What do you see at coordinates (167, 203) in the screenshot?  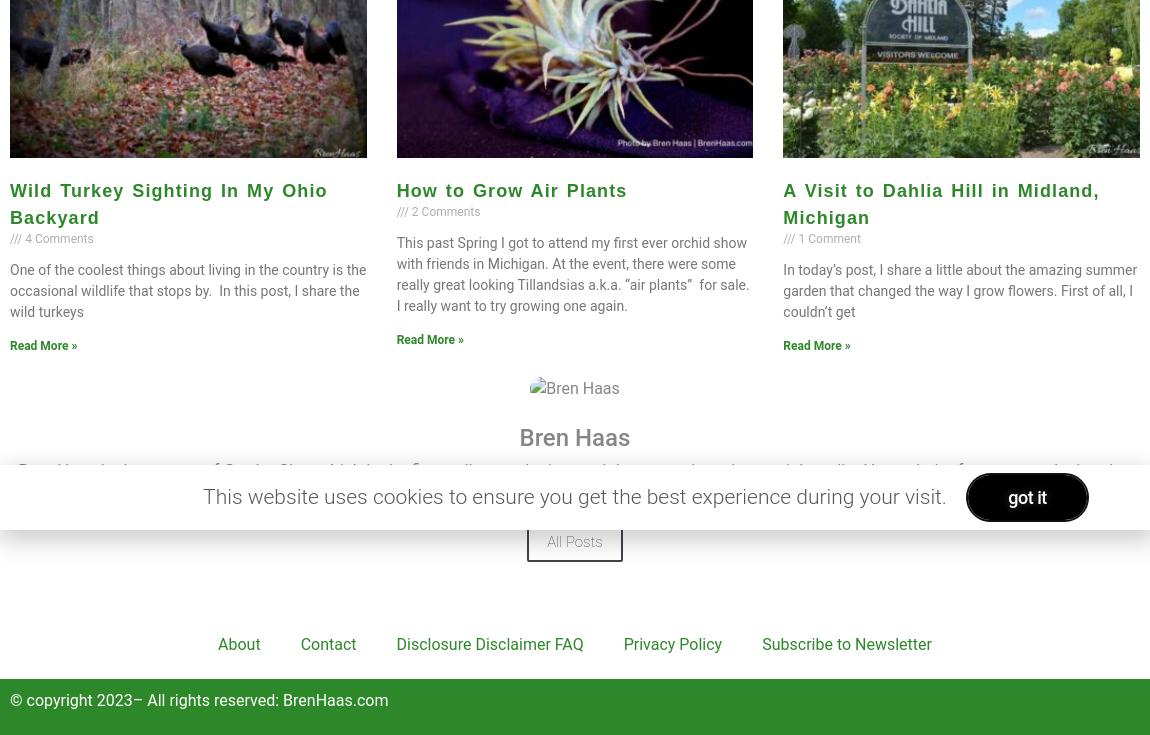 I see `'Wild Turkey Sighting In My Ohio Backyard'` at bounding box center [167, 203].